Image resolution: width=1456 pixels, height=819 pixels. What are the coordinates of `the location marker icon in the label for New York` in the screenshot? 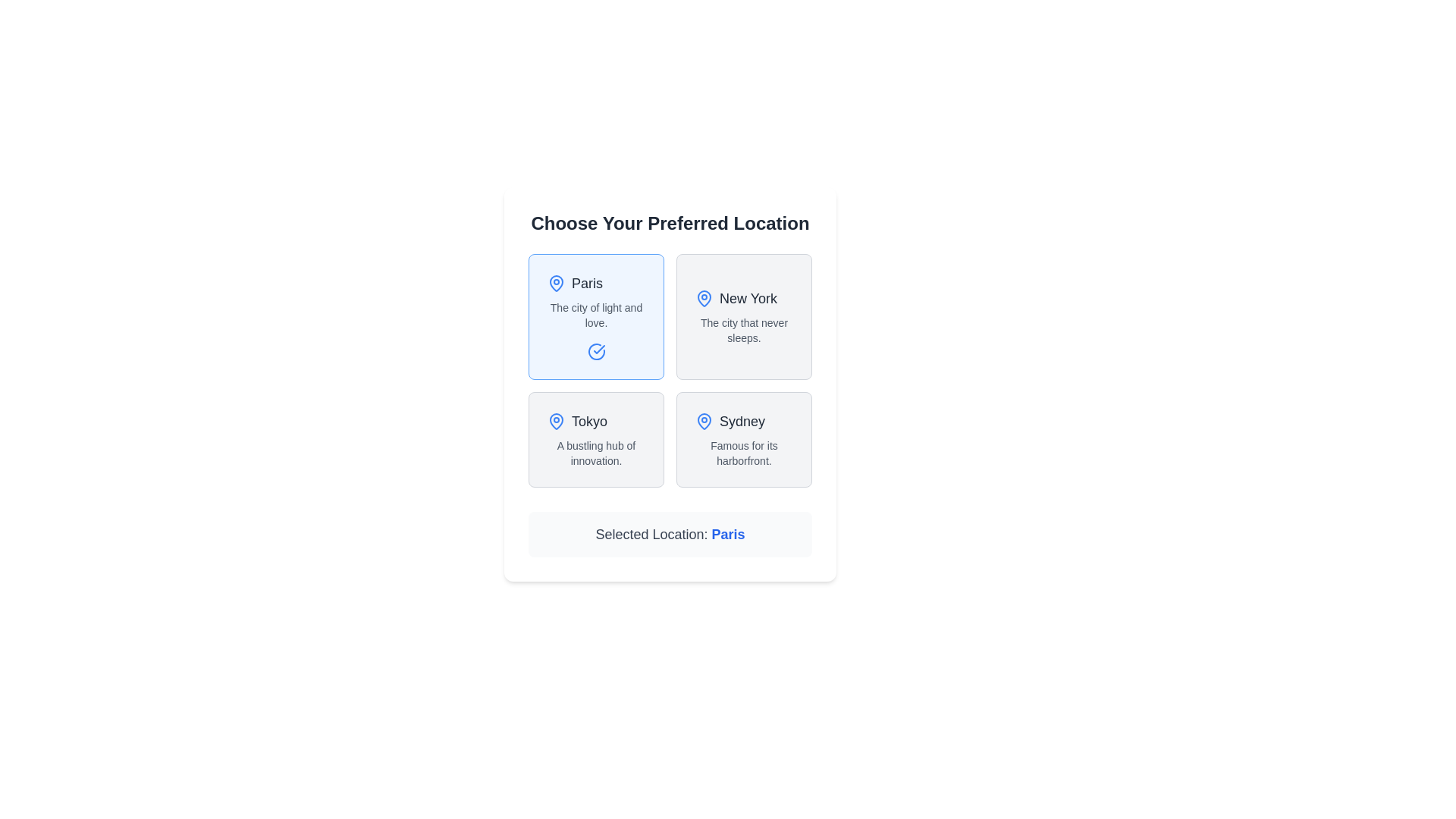 It's located at (744, 298).